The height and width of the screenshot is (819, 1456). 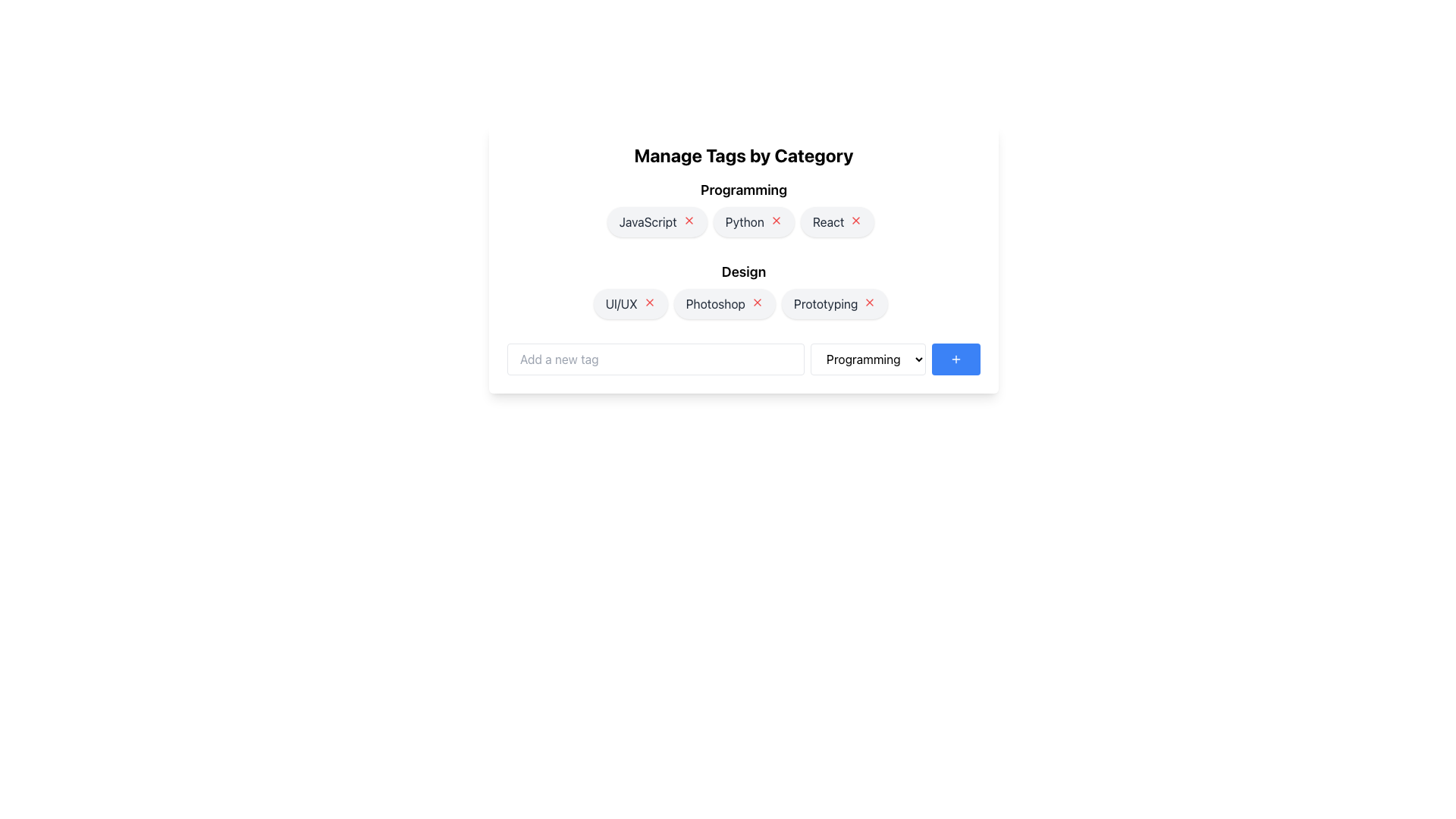 I want to click on the red 'X' icon button located at the right end of the 'JavaScript' tag, so click(x=688, y=220).